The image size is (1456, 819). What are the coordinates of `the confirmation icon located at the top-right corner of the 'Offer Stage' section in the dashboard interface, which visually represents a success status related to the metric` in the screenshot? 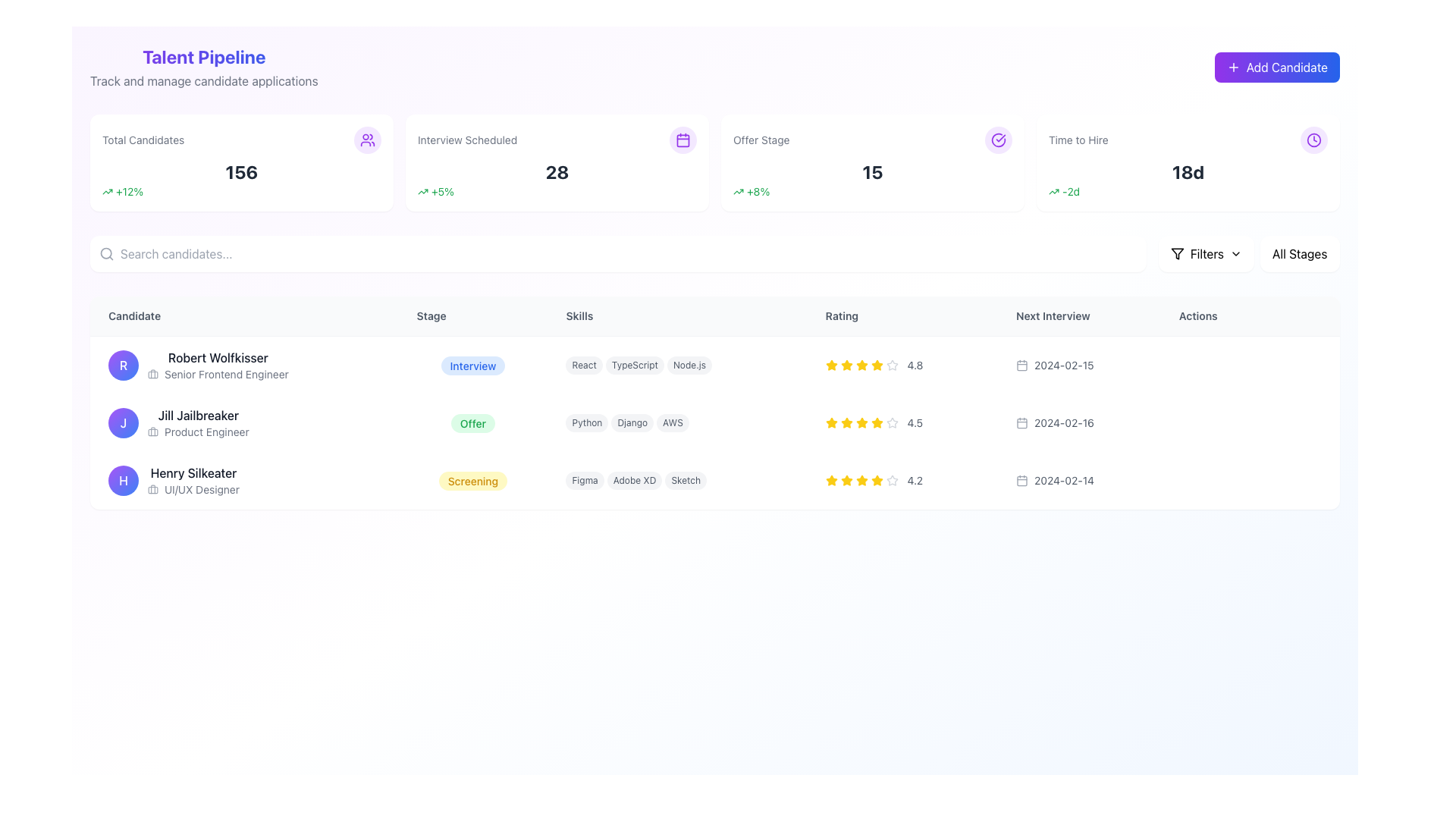 It's located at (998, 140).